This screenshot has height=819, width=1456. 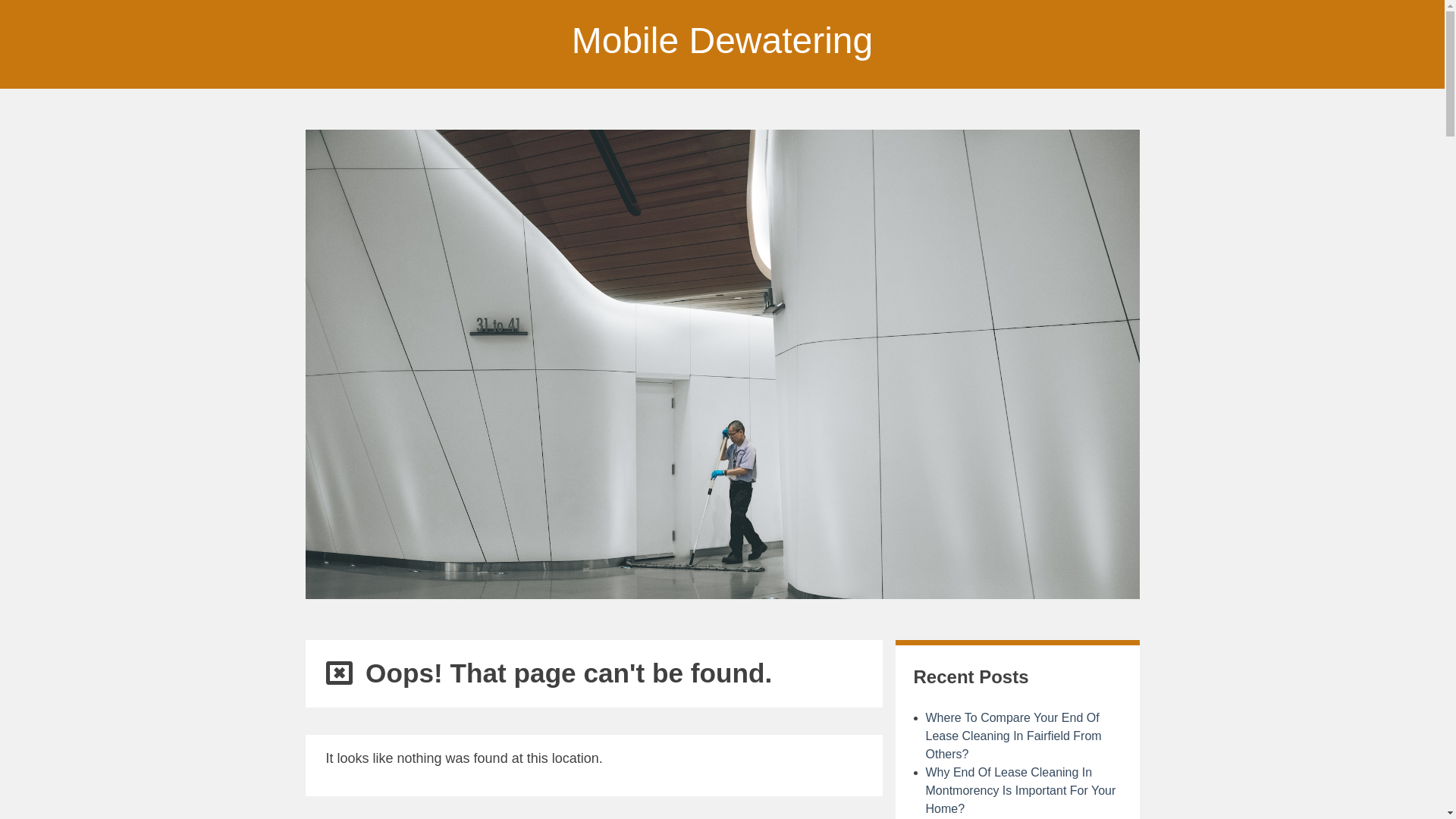 What do you see at coordinates (722, 39) in the screenshot?
I see `'Mobile Dewatering'` at bounding box center [722, 39].